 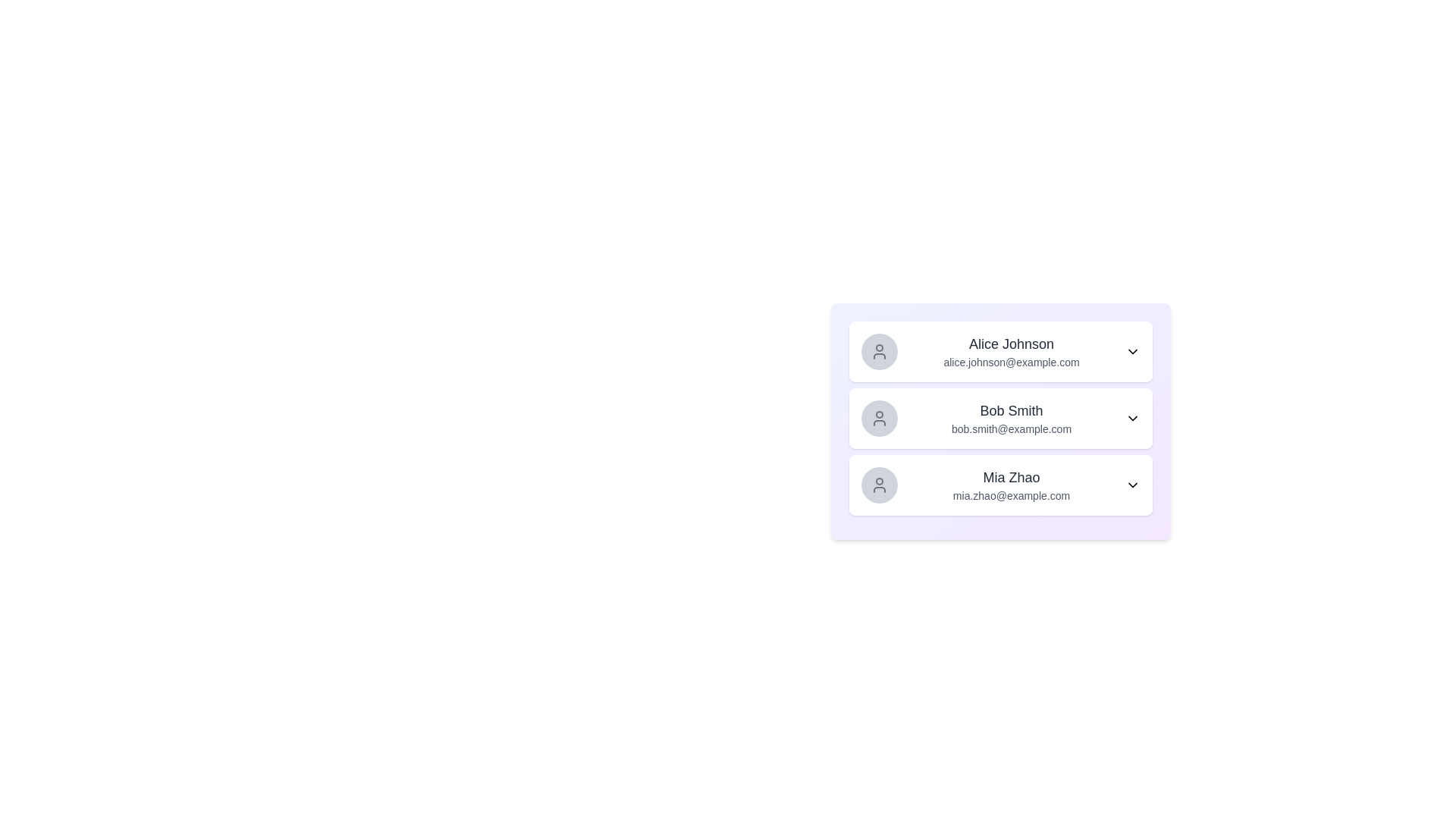 I want to click on the chevron on the user profile listing that is centrally located between 'Alice Johnson' and 'Mia Zhao', so click(x=1001, y=418).